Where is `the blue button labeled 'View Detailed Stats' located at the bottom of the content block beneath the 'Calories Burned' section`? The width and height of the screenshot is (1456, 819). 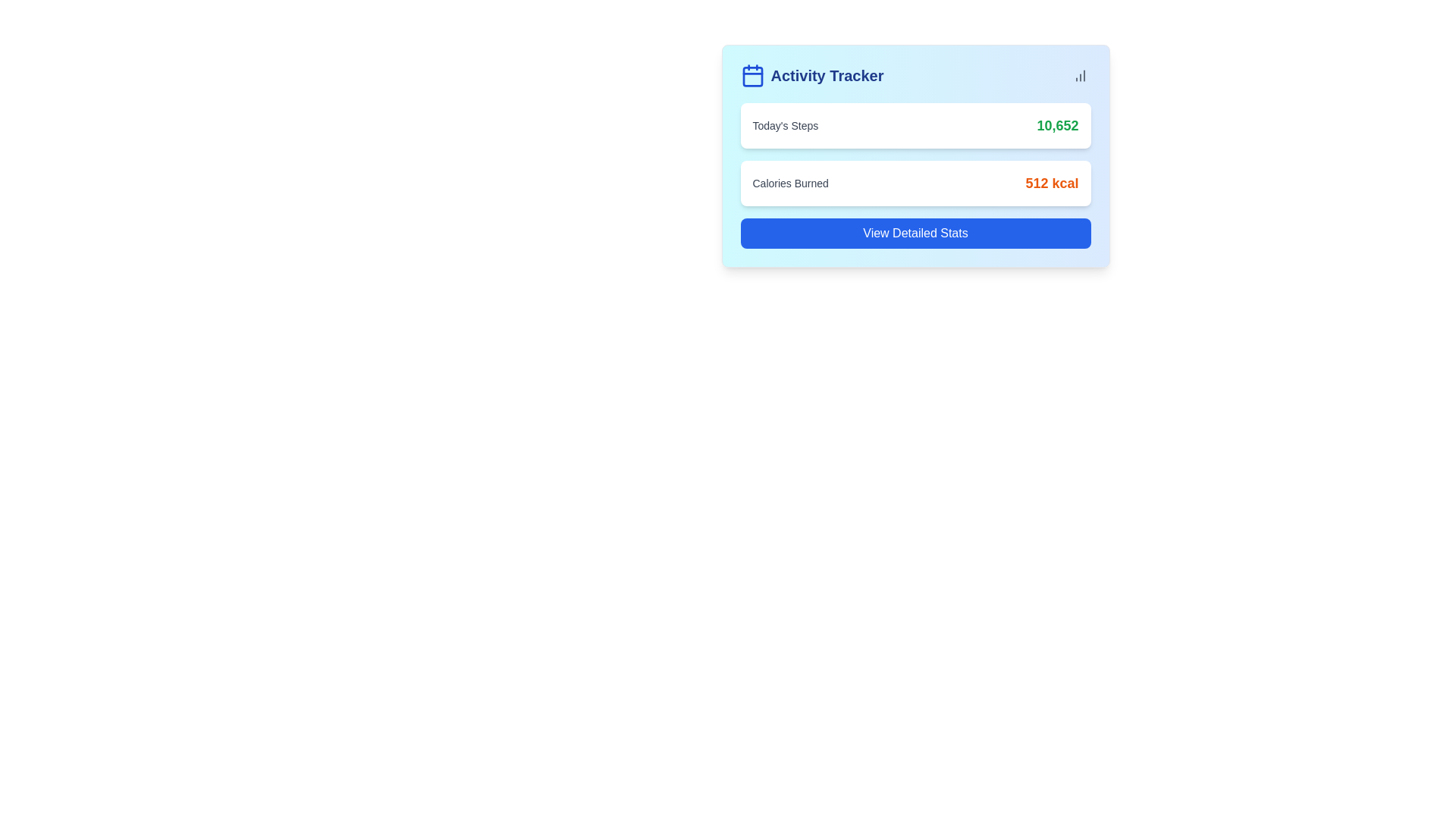 the blue button labeled 'View Detailed Stats' located at the bottom of the content block beneath the 'Calories Burned' section is located at coordinates (915, 234).